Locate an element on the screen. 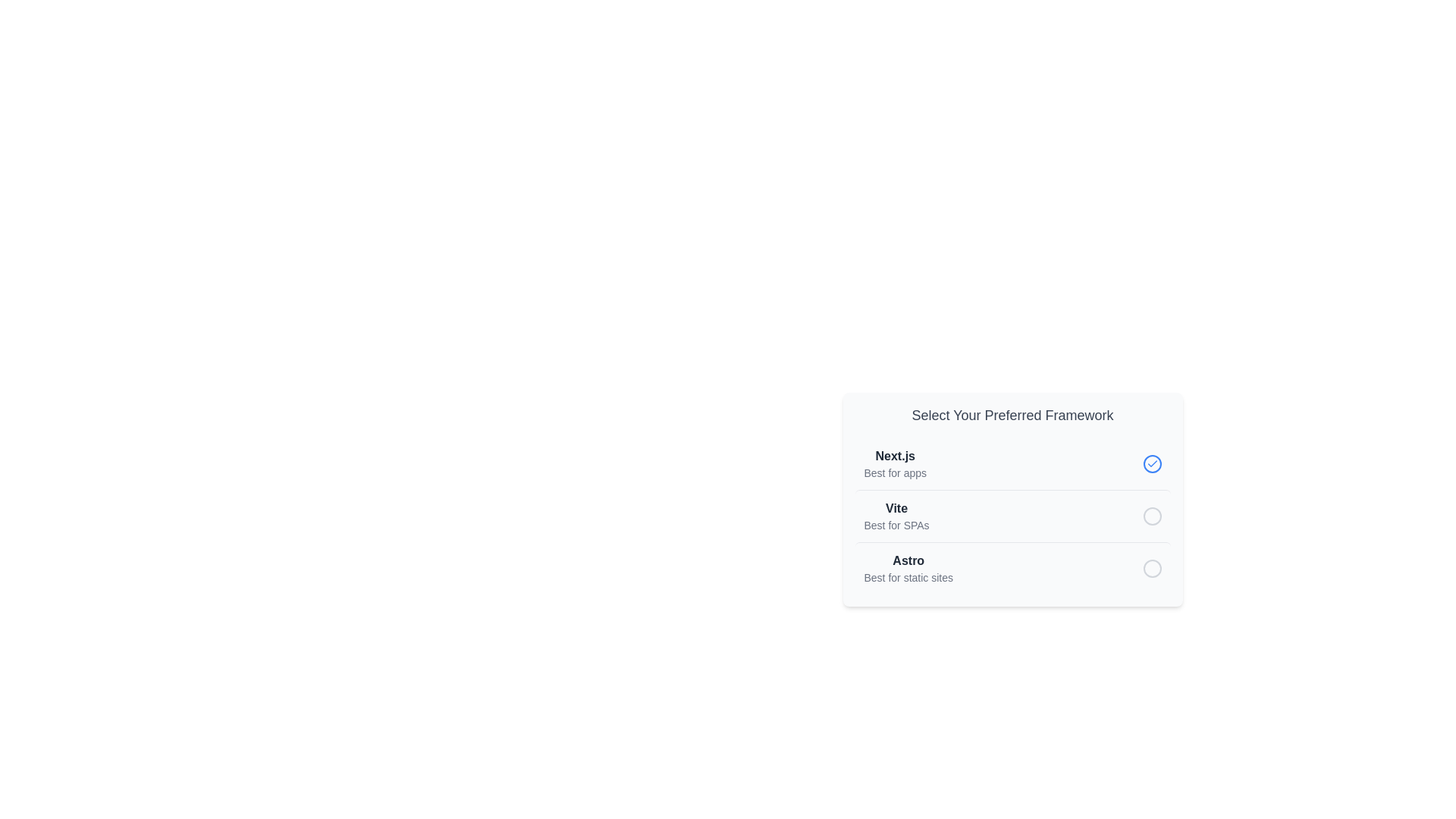 The height and width of the screenshot is (819, 1456). the 'Next.js' text label located at the top of the framework options card is located at coordinates (895, 455).